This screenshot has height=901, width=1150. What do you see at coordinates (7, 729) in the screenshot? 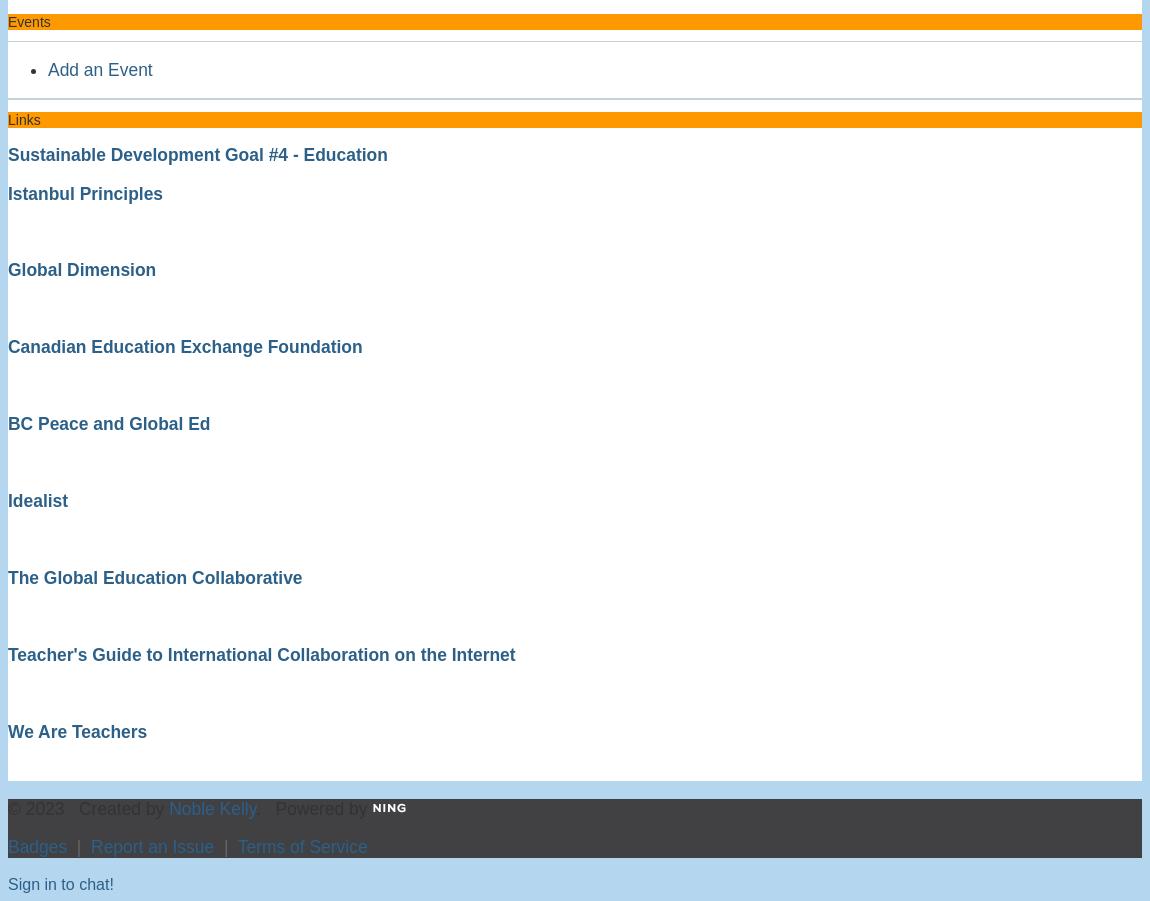
I see `'We Are Teachers'` at bounding box center [7, 729].